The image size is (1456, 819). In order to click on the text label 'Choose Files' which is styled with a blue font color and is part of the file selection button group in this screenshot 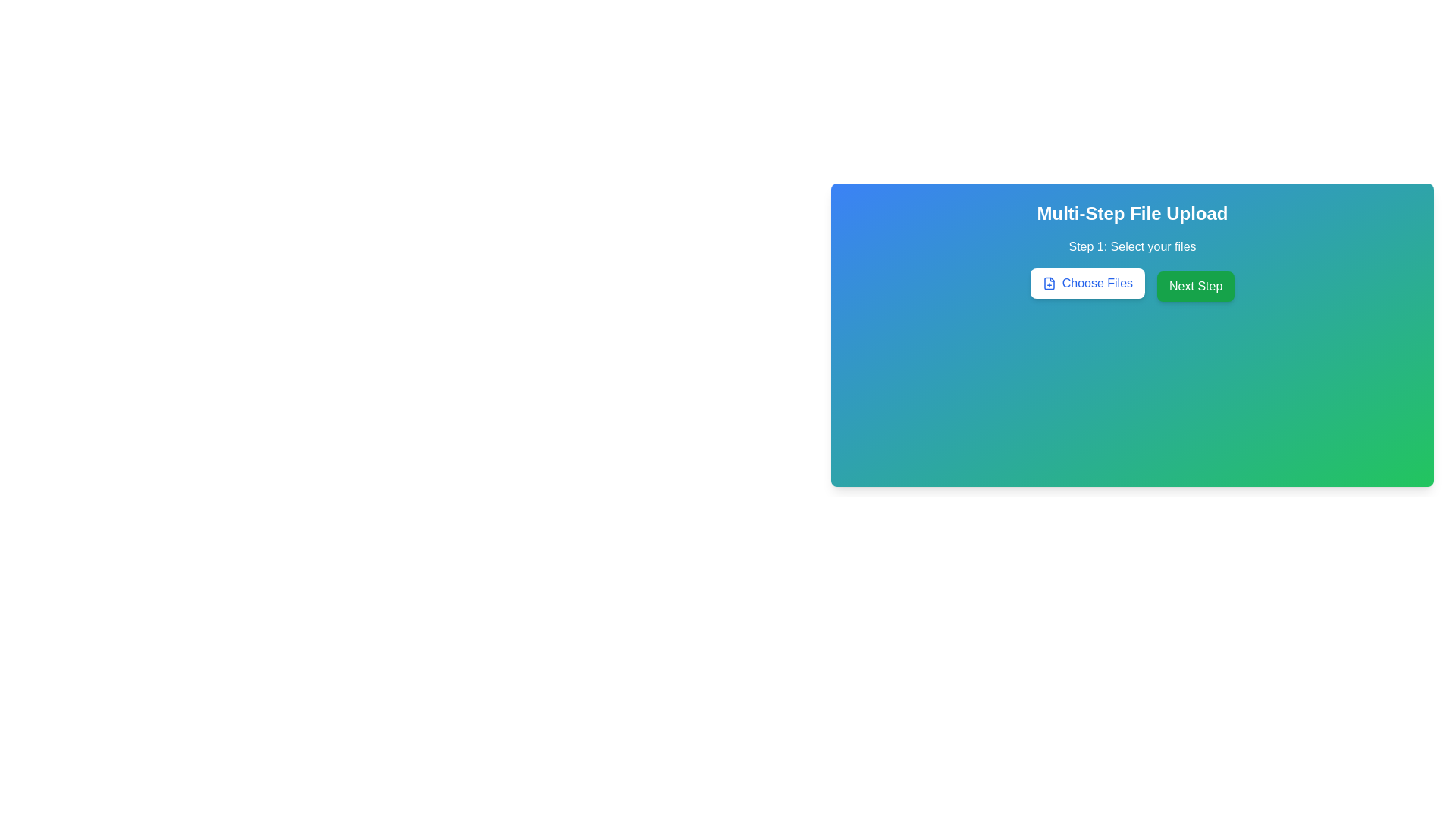, I will do `click(1097, 284)`.